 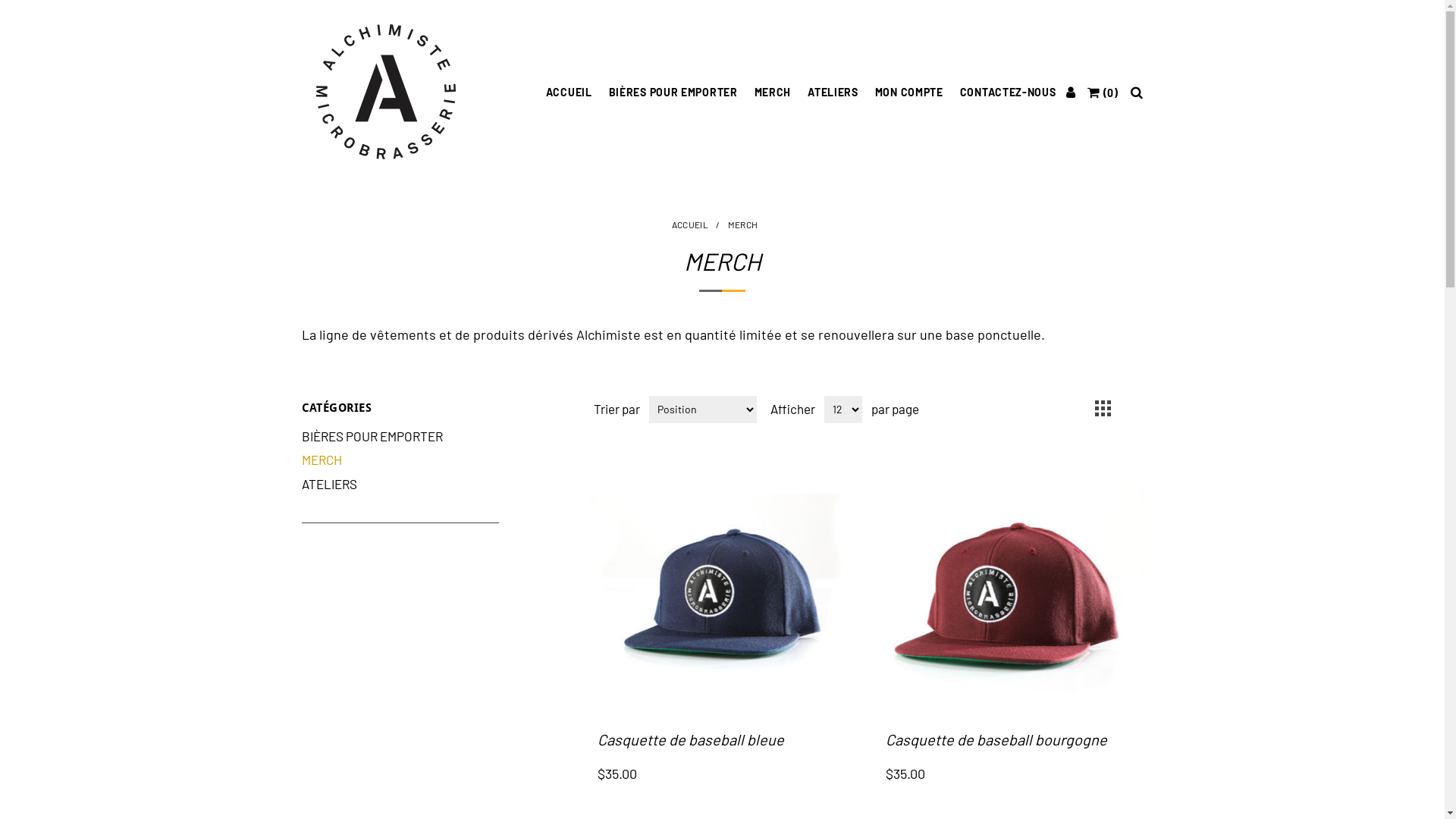 What do you see at coordinates (722, 589) in the screenshot?
I see `'Agrandir l'image de Casquette de baseball bleue'` at bounding box center [722, 589].